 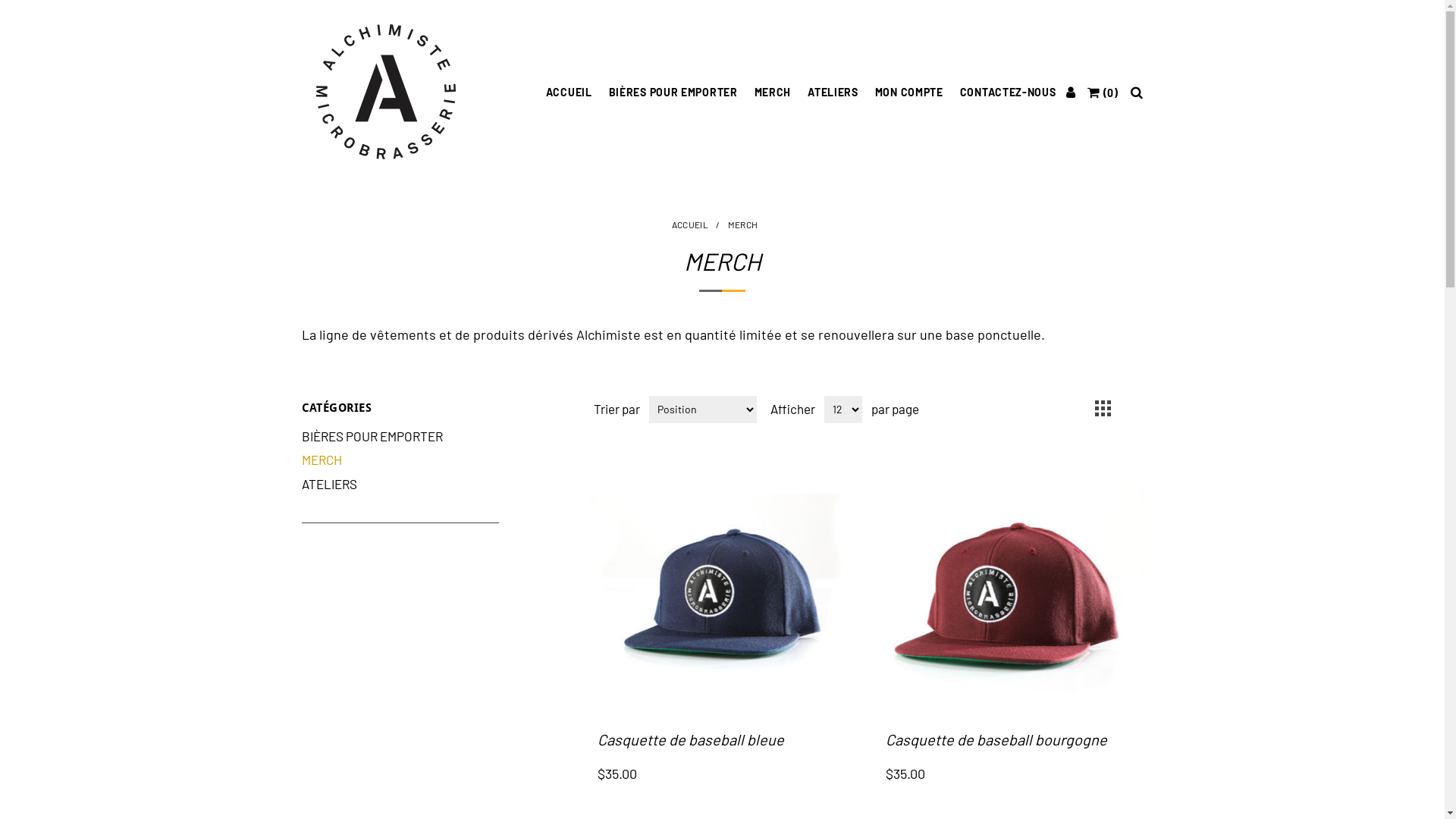 What do you see at coordinates (722, 589) in the screenshot?
I see `'Agrandir l'image de Casquette de baseball bleue'` at bounding box center [722, 589].